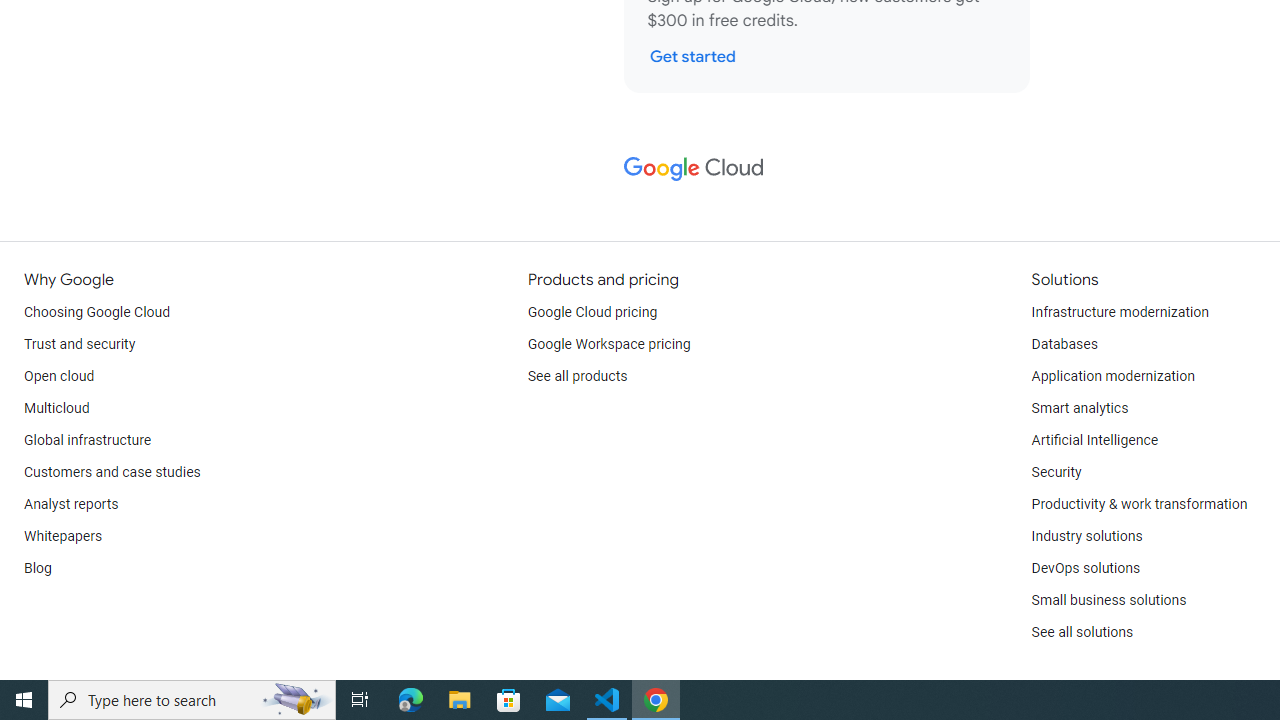 The image size is (1280, 720). Describe the element at coordinates (1120, 312) in the screenshot. I see `'Infrastructure modernization'` at that location.